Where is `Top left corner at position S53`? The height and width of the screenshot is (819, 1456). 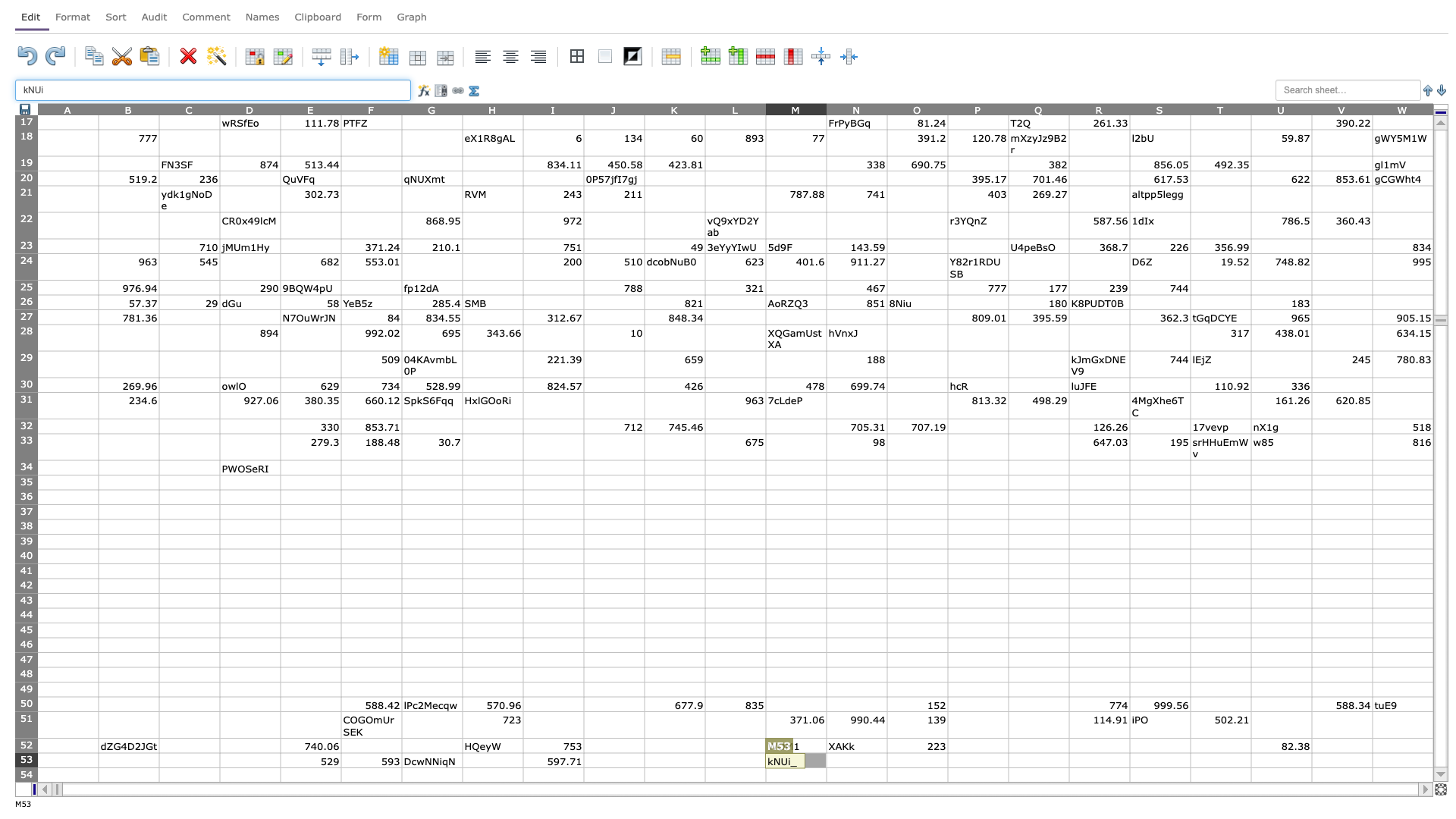 Top left corner at position S53 is located at coordinates (1129, 752).